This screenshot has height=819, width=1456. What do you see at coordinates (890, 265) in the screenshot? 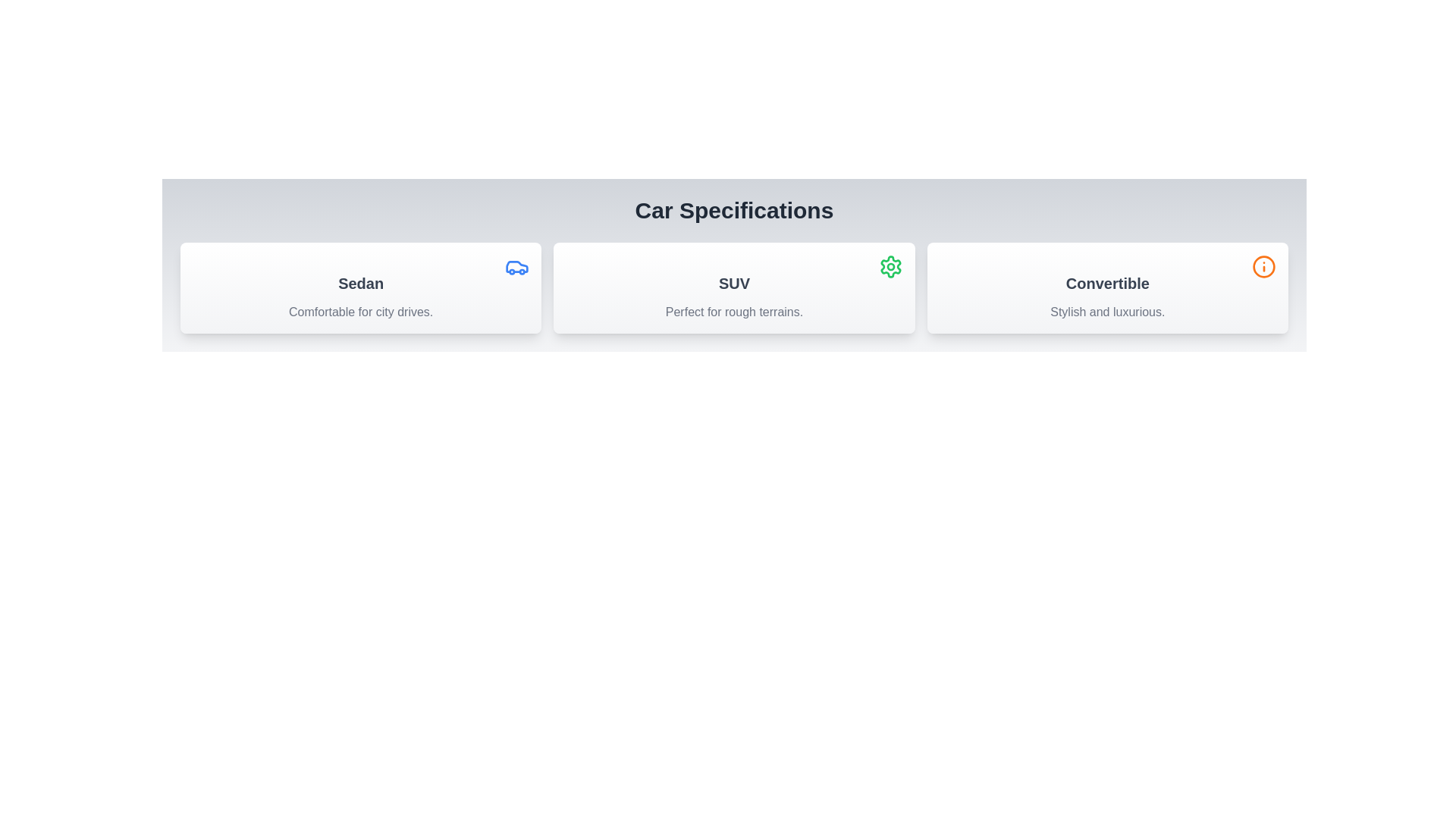
I see `the settings icon located within the central 'SUV' card, which represents configuration options` at bounding box center [890, 265].